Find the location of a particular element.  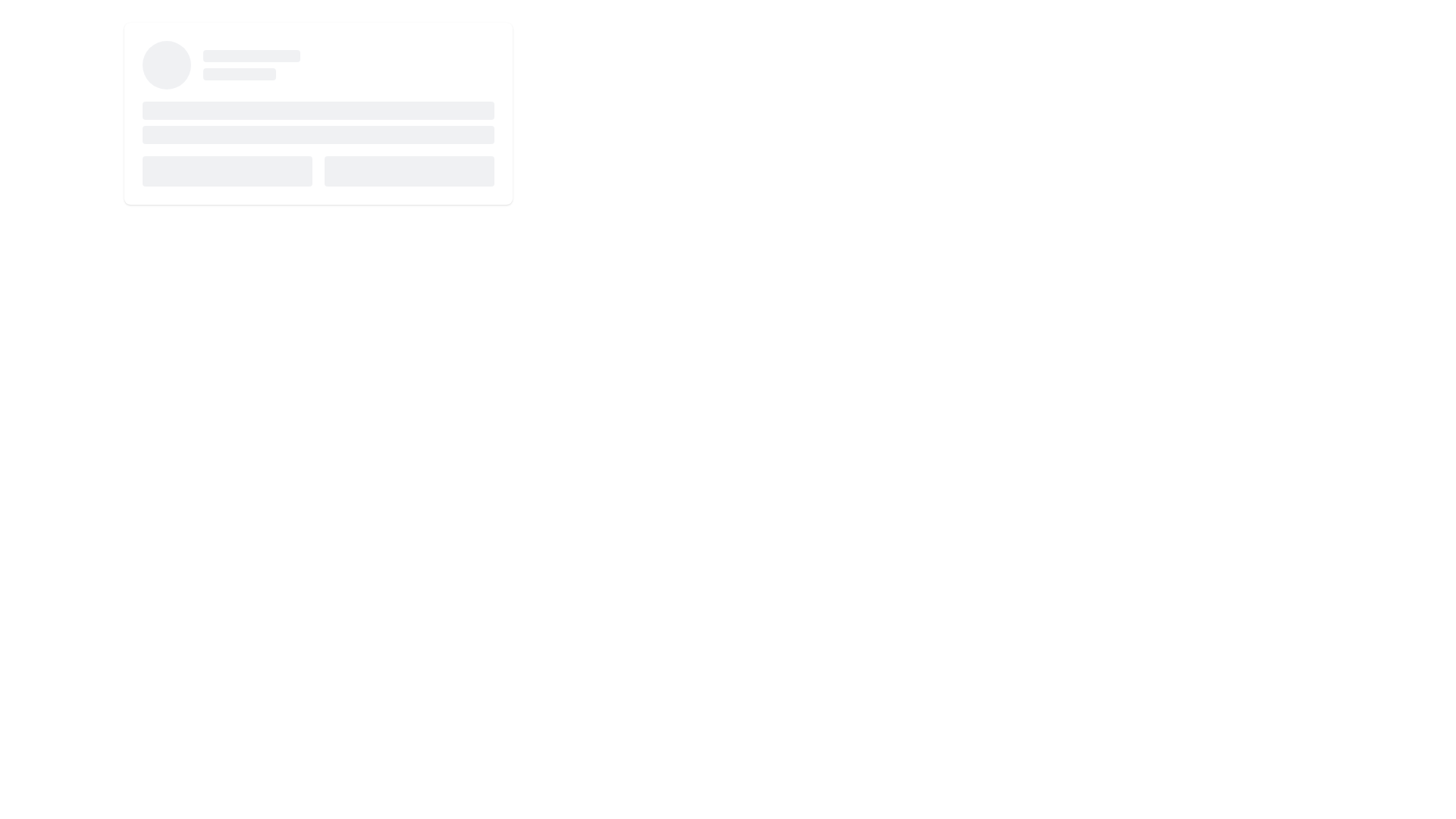

the top placeholder element with a light gray background and rounded corners, which has a pulsating animation effect and is positioned near the top of the interface is located at coordinates (251, 55).